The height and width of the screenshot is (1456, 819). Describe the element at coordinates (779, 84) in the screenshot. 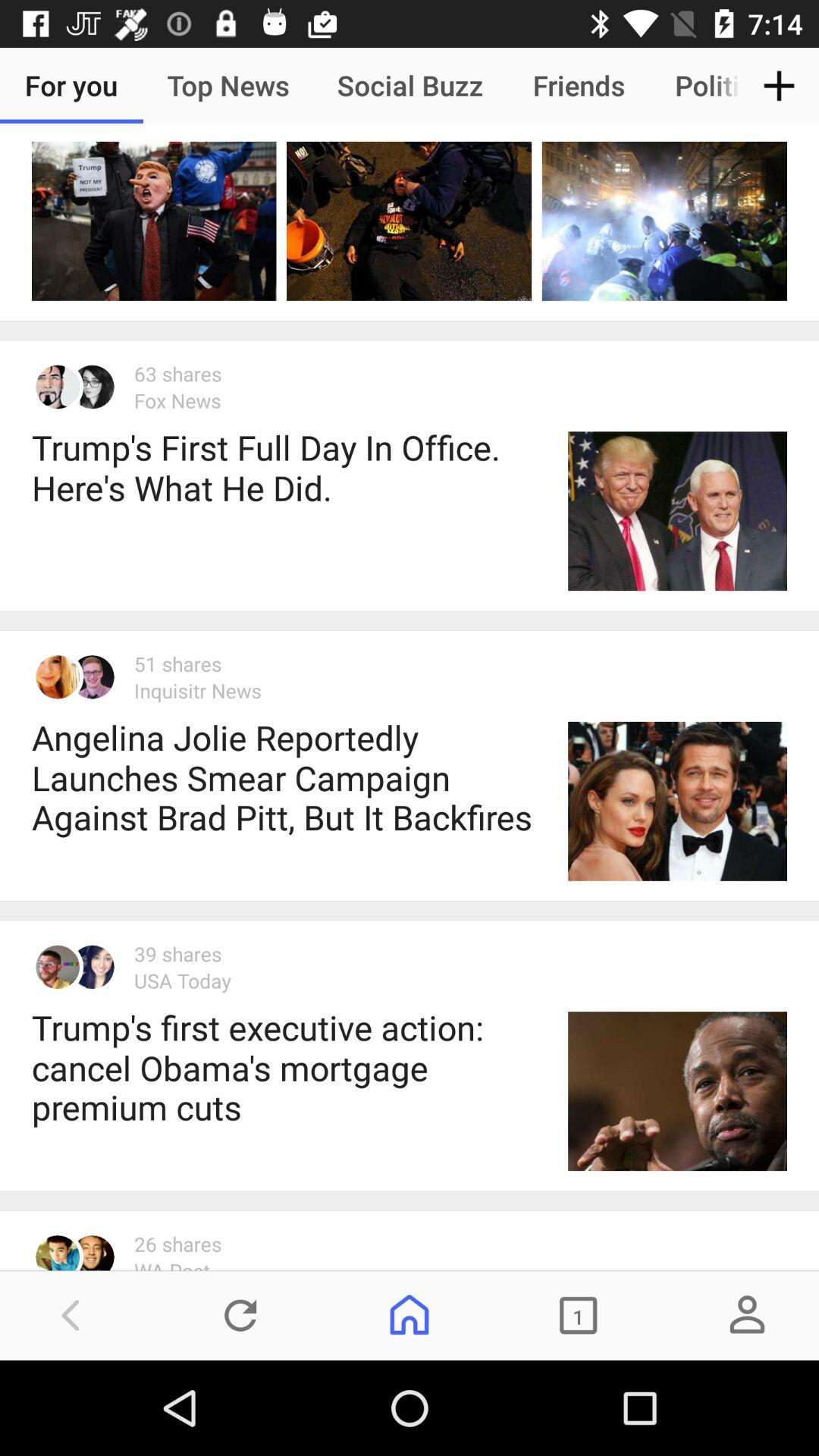

I see `the add icon` at that location.